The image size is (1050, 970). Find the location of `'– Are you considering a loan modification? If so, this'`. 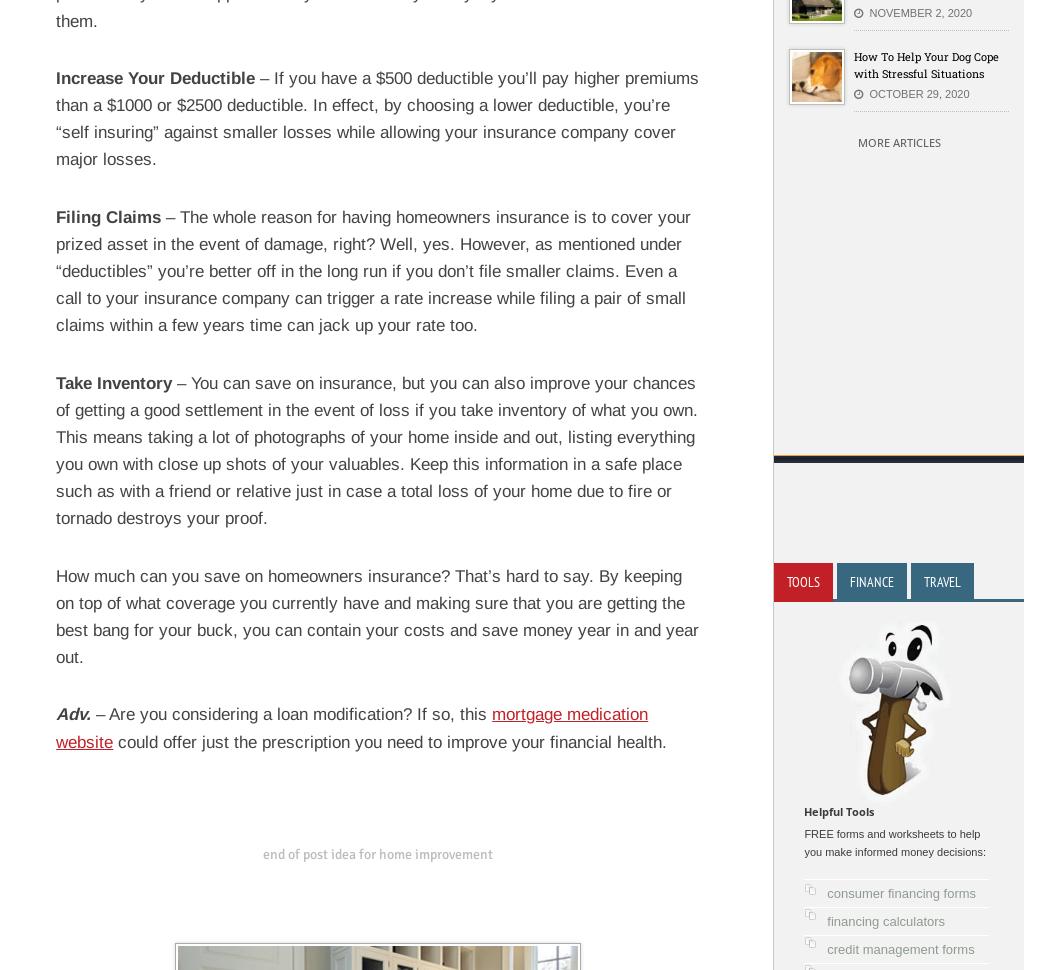

'– Are you considering a loan modification? If so, this' is located at coordinates (293, 714).